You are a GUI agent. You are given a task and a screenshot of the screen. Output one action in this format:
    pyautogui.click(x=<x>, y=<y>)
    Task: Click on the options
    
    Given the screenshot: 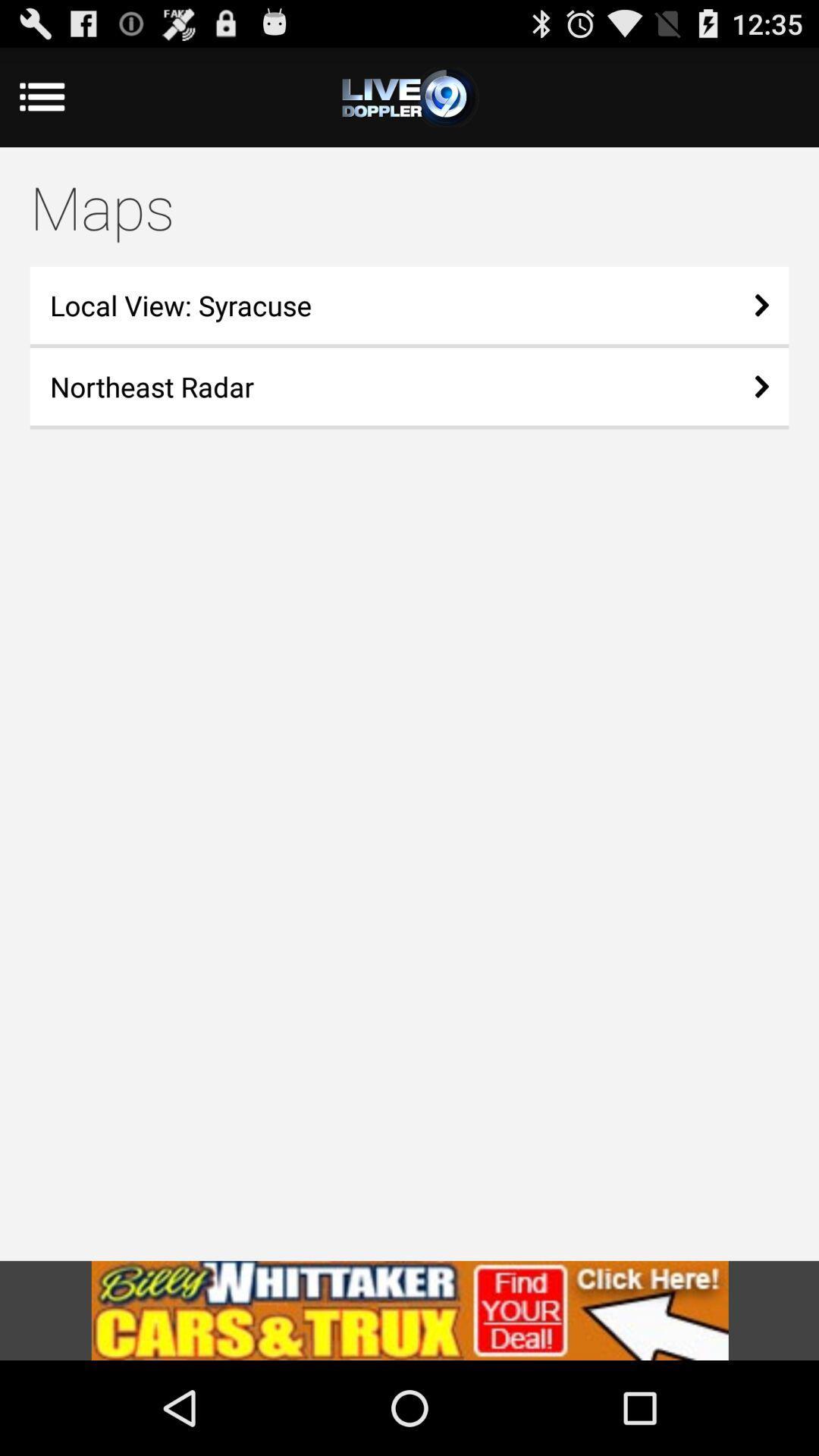 What is the action you would take?
    pyautogui.click(x=409, y=96)
    